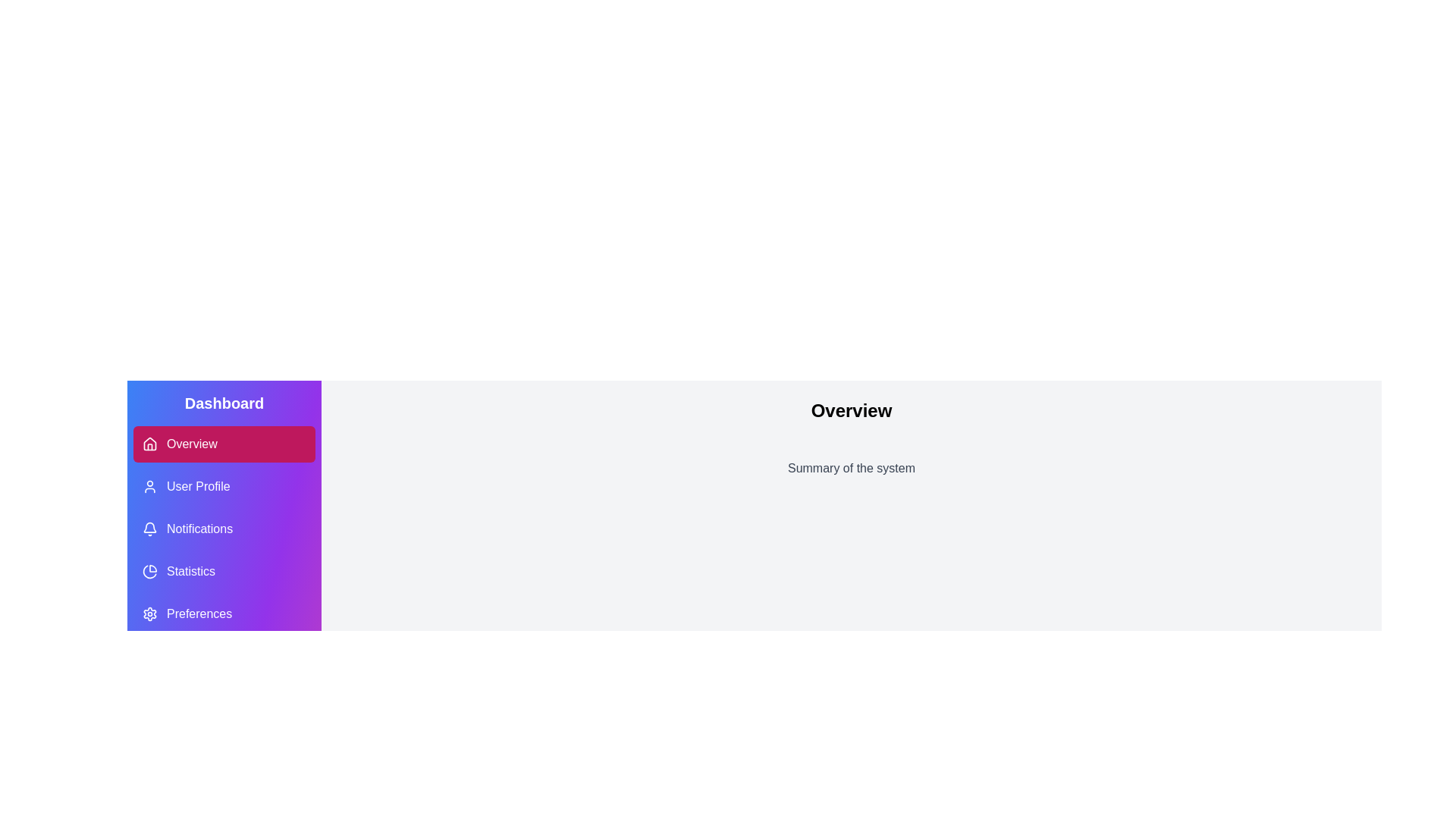 The width and height of the screenshot is (1456, 819). I want to click on the text label that displays 'Summary of the system', which is located below the 'Overview' text and spans horizontally across most of the central section of the interface, so click(852, 467).